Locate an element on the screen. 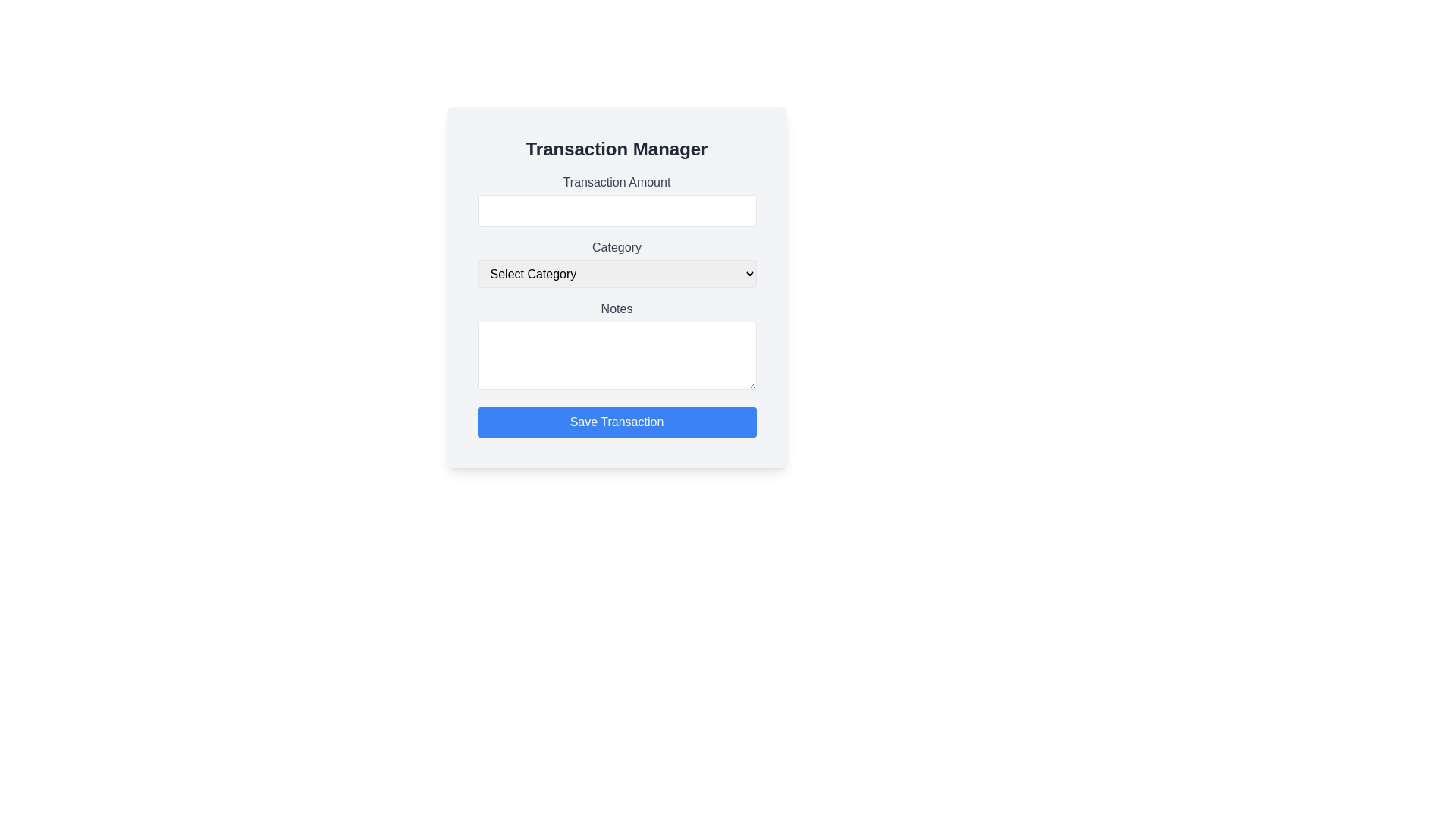 This screenshot has height=819, width=1456. the heading element styled in bold, large font with the text 'Transaction Manager', which is located at the top of a section with a light gray background is located at coordinates (617, 149).